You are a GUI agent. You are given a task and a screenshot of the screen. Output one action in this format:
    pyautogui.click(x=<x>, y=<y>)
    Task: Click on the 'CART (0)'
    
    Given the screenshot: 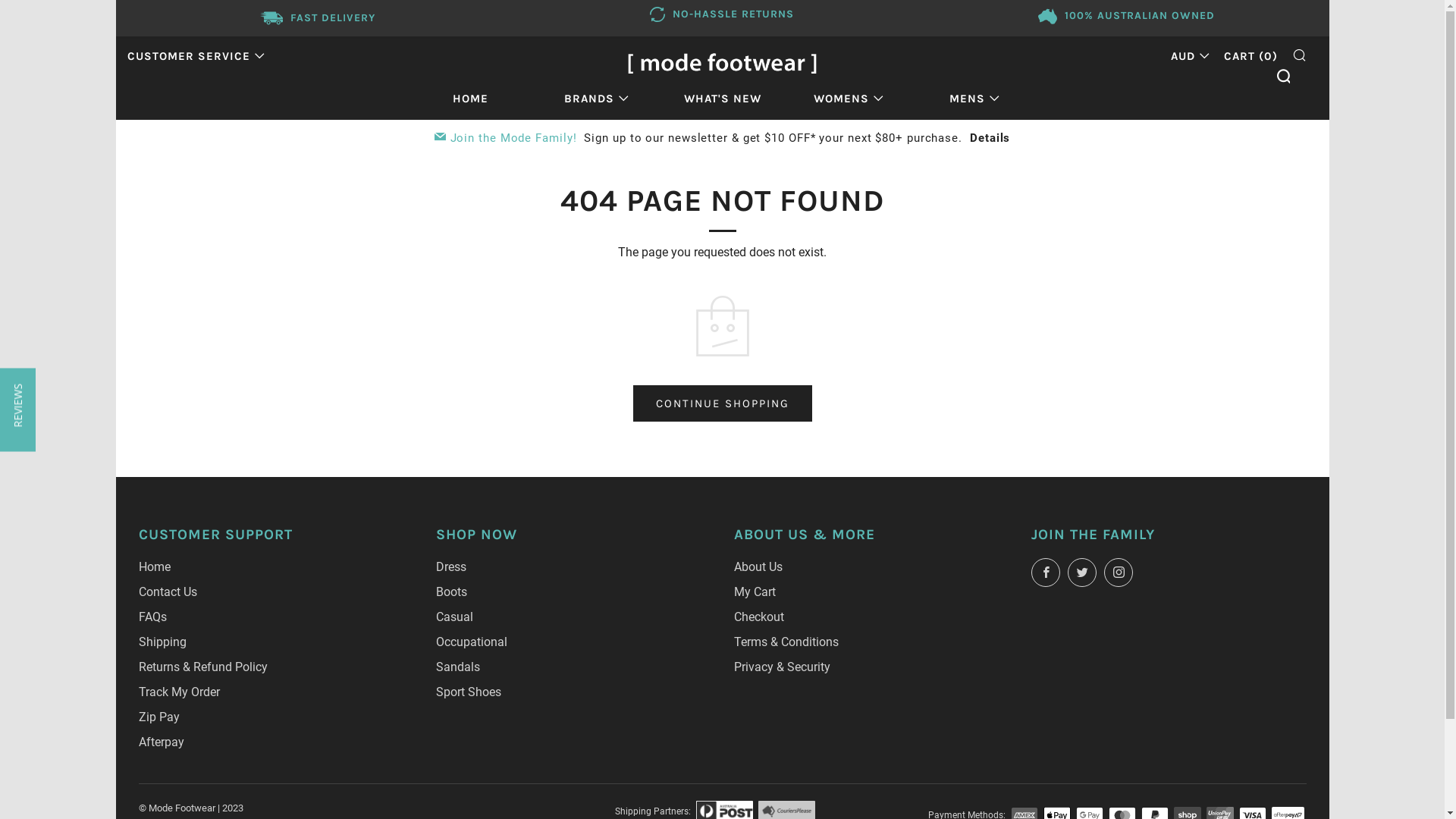 What is the action you would take?
    pyautogui.click(x=1223, y=55)
    